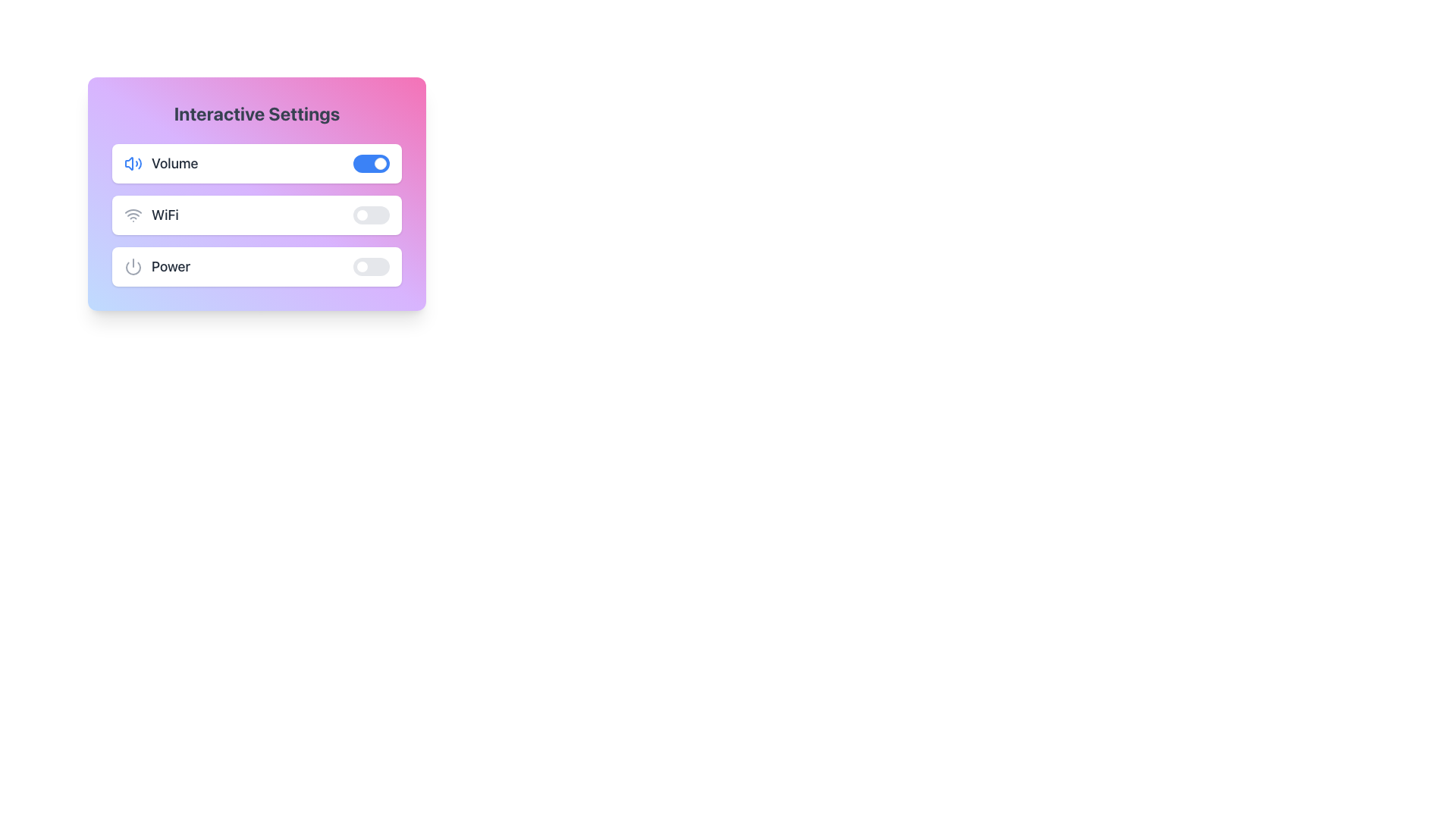 Image resolution: width=1456 pixels, height=819 pixels. I want to click on the 'Power' icon, which is located at the leftmost side of the third row in the Interactive Settings panel, directly to the left of the label 'Power', so click(133, 265).